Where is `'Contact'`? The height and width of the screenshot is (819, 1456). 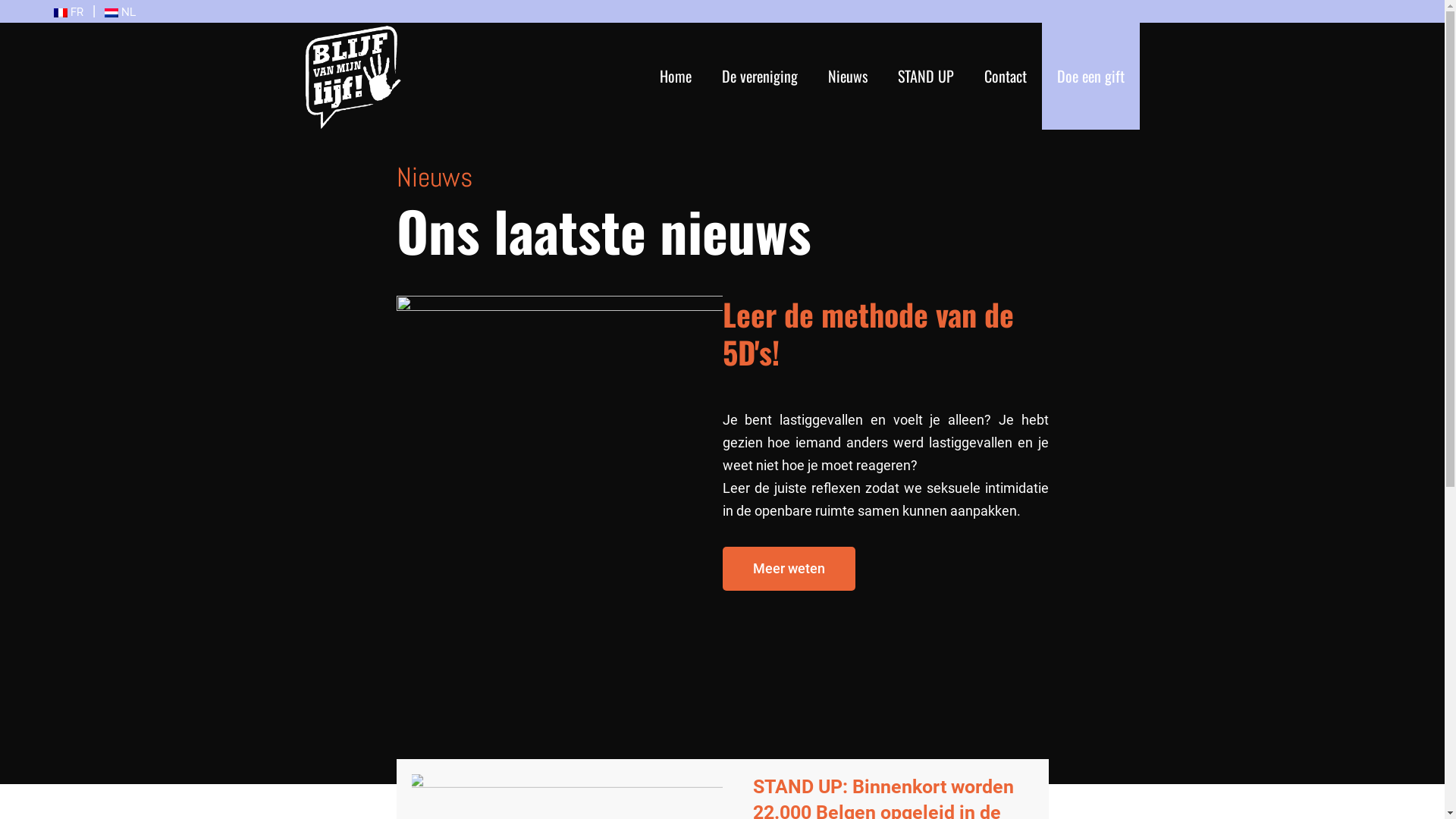
'Contact' is located at coordinates (1005, 76).